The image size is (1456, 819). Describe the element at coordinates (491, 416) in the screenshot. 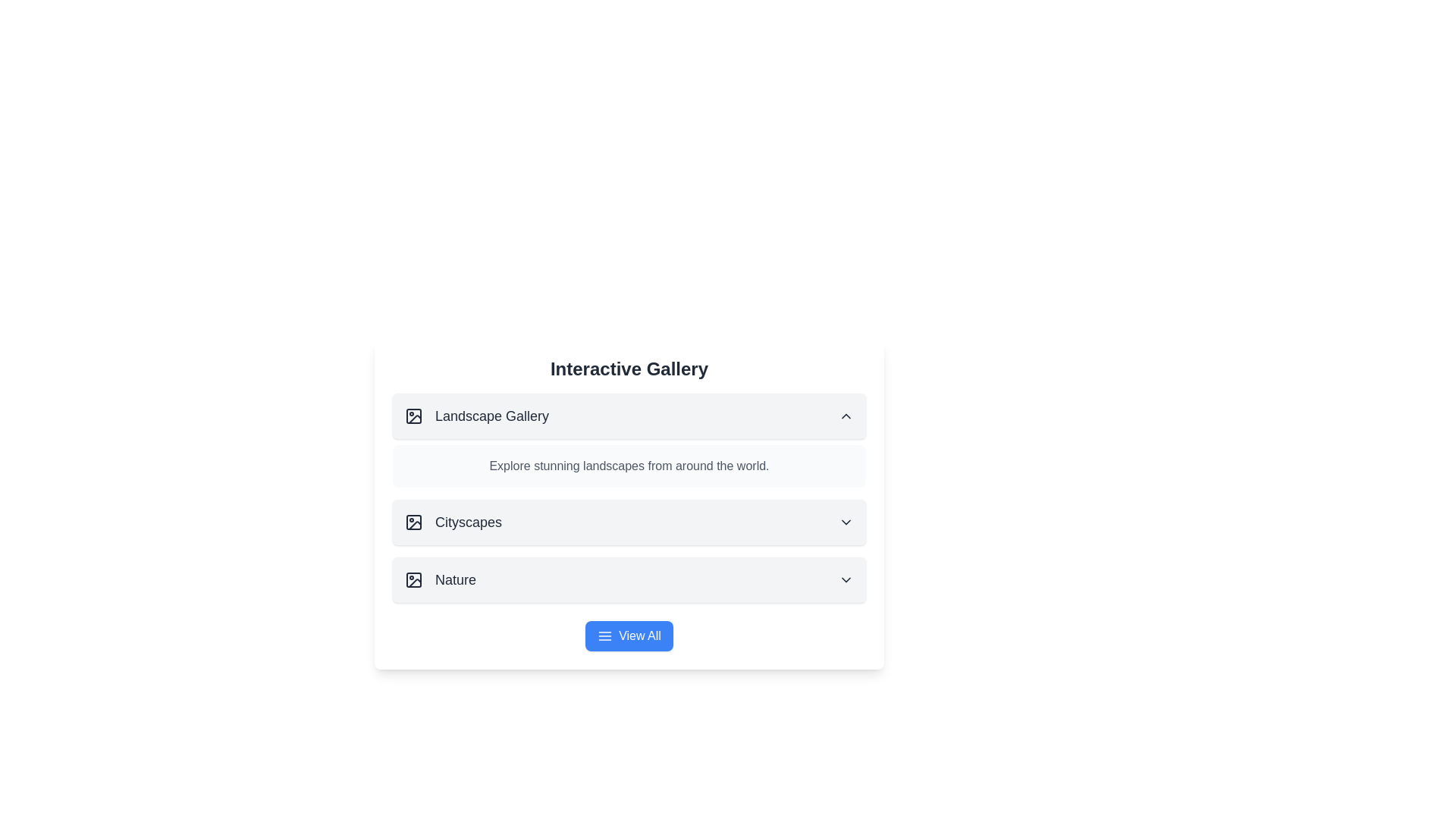

I see `text of the Text Label that identifies the 'Interactive Gallery' section in the landscape images gallery` at that location.